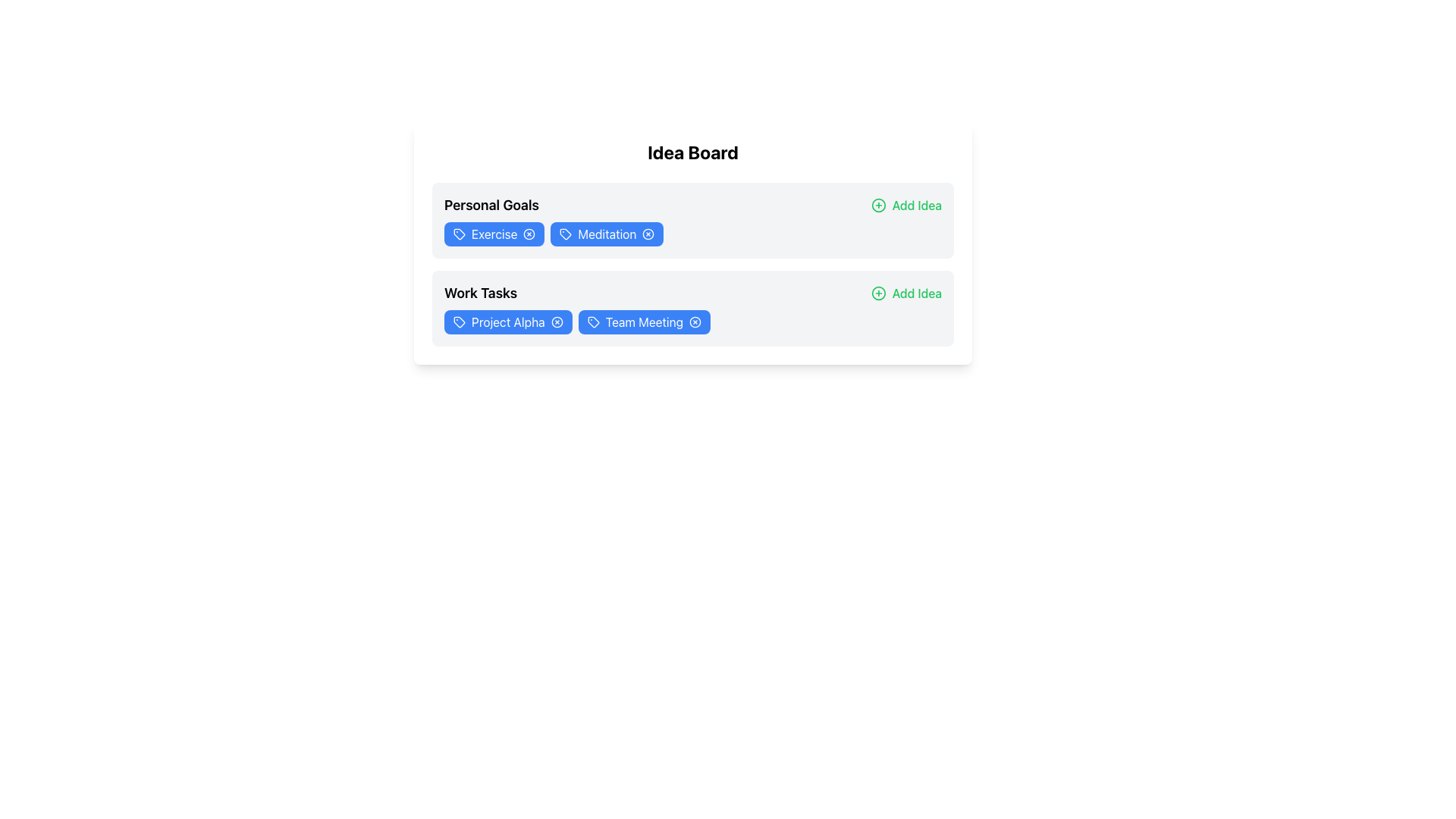 The height and width of the screenshot is (819, 1456). What do you see at coordinates (878, 293) in the screenshot?
I see `the interactive button icon located near the upper-right part of the second section, adjacent to the 'Add Idea' text label in the 'Work Tasks' card to interact` at bounding box center [878, 293].